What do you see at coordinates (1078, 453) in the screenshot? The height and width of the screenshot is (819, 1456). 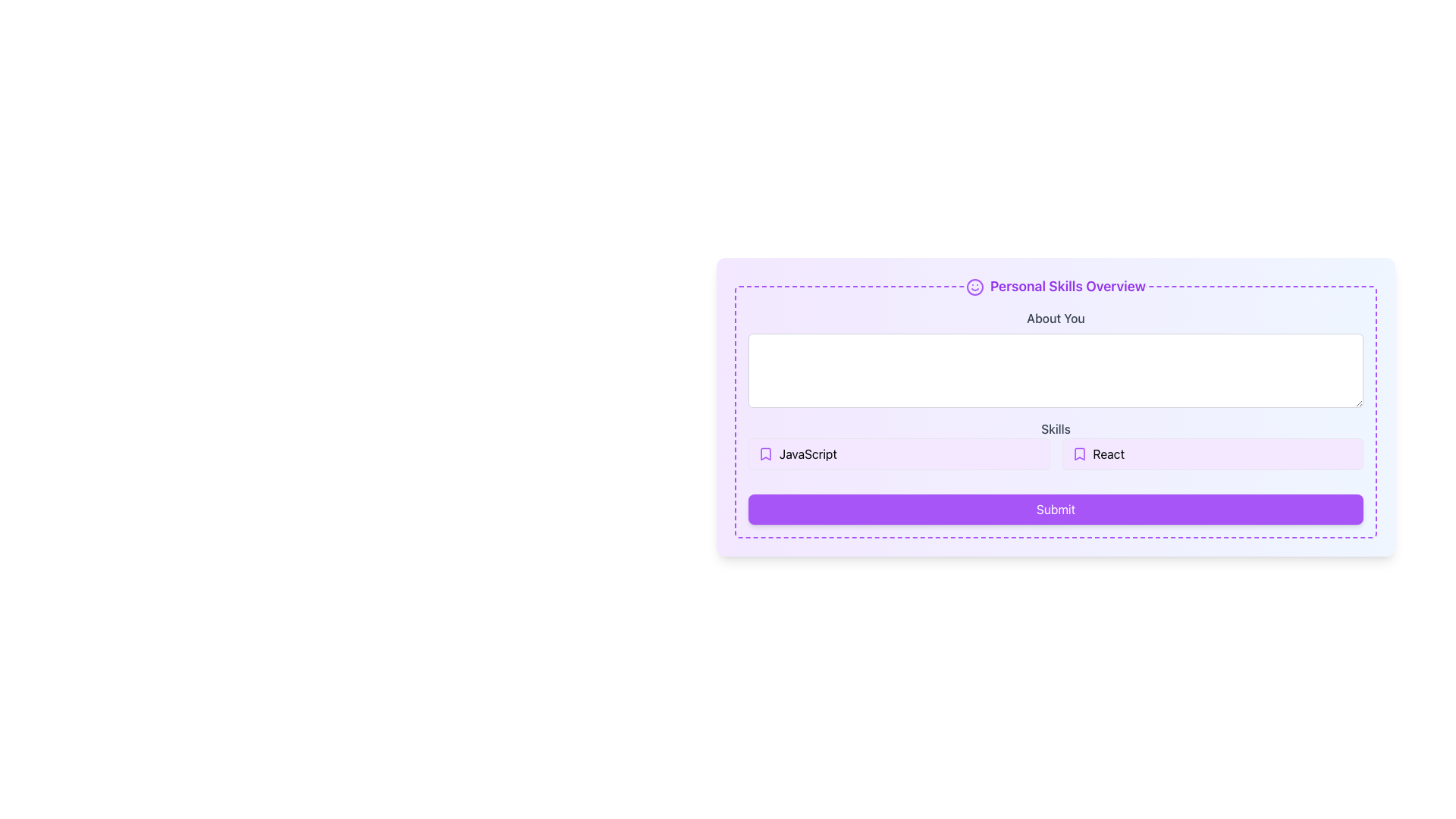 I see `the bookmark icon located to the left of the 'React' button in the Skills section of the form` at bounding box center [1078, 453].